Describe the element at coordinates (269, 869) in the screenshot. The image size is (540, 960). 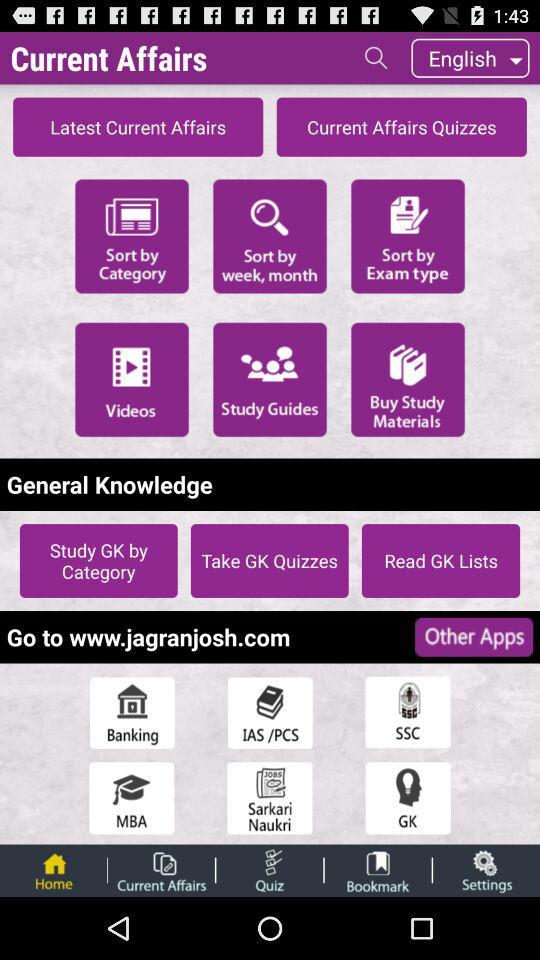
I see `take a quiz` at that location.